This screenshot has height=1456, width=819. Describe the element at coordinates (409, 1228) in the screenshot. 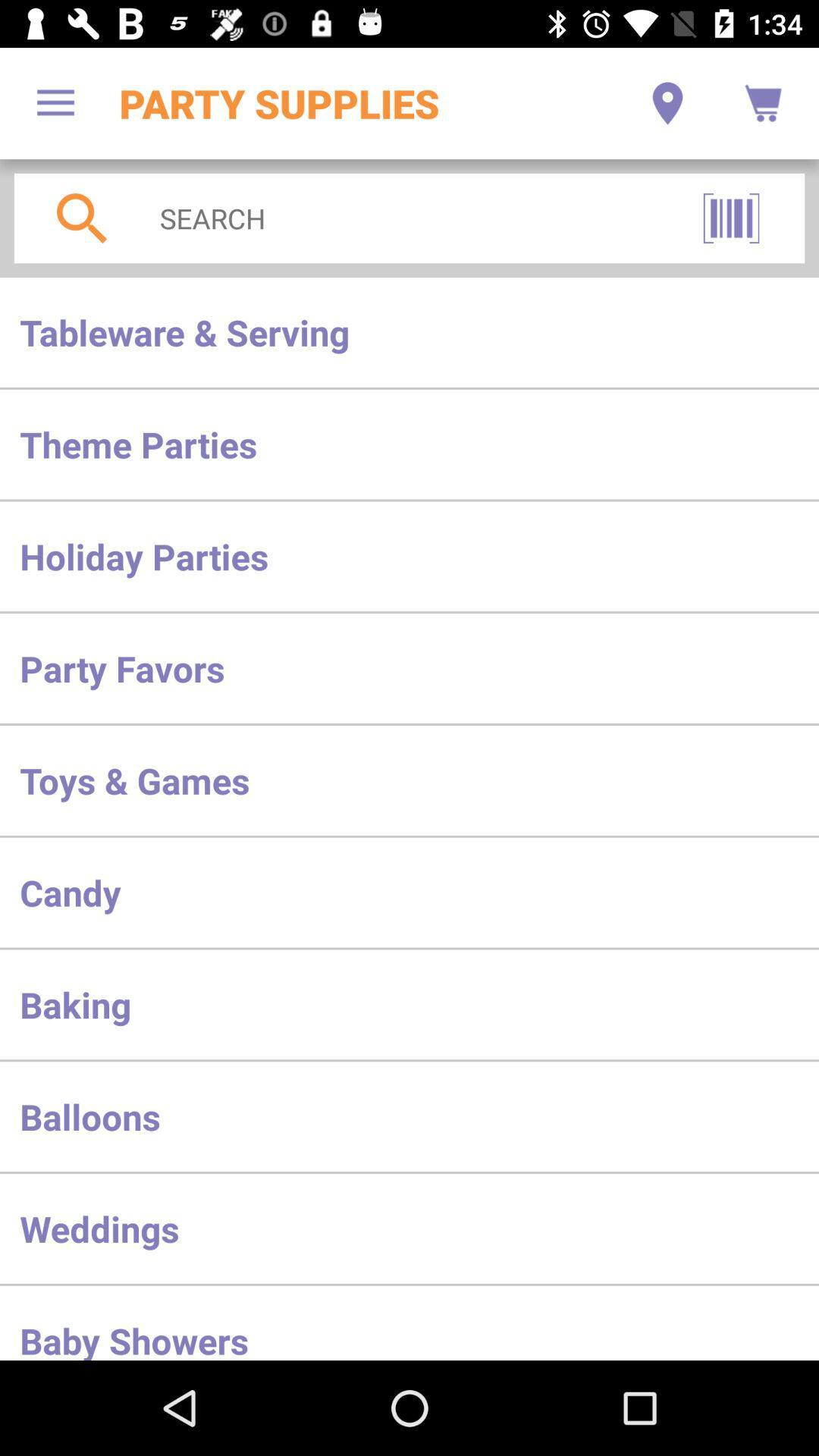

I see `the weddings` at that location.